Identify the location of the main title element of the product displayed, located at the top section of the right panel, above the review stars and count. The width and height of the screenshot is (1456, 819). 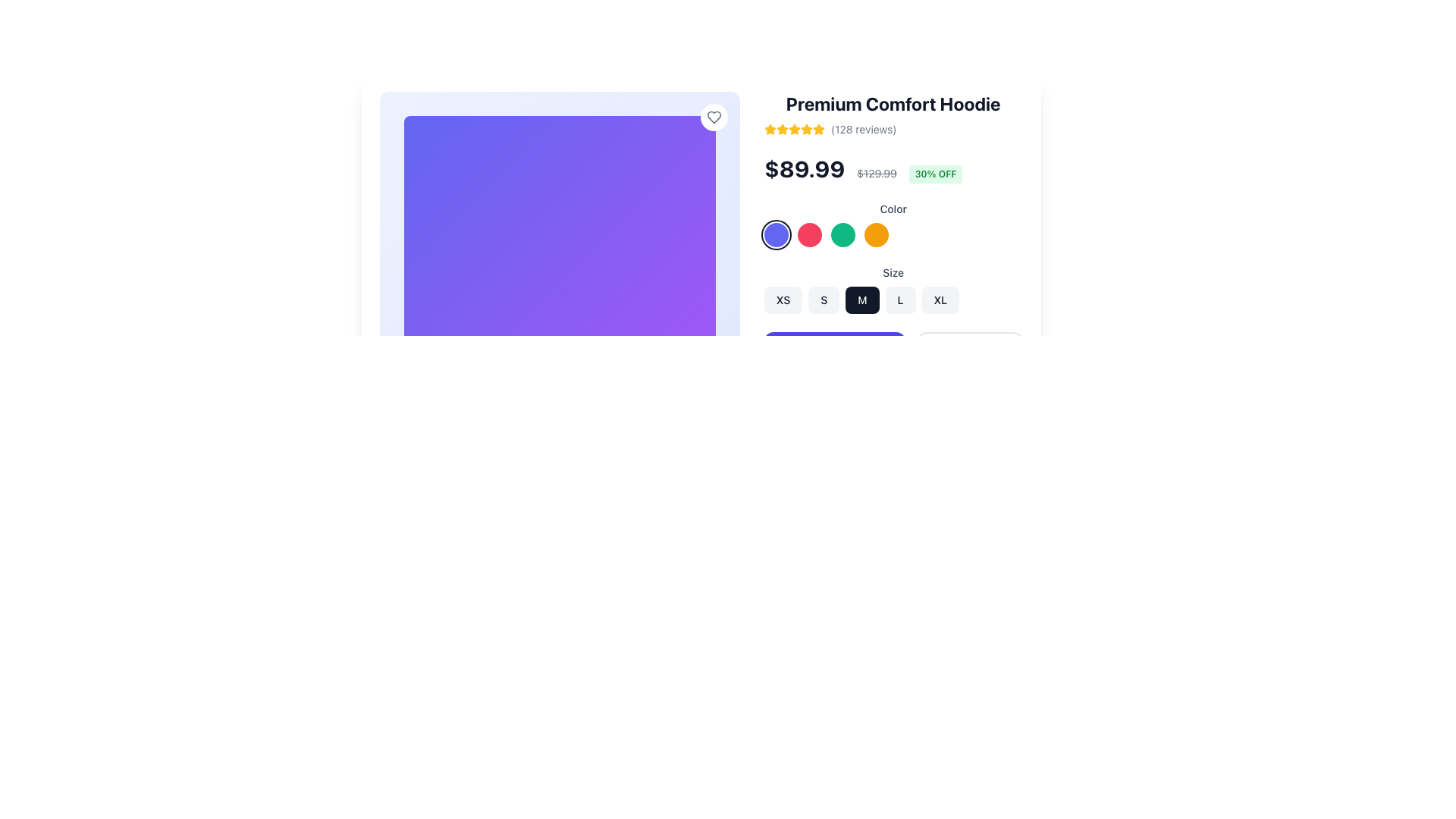
(893, 103).